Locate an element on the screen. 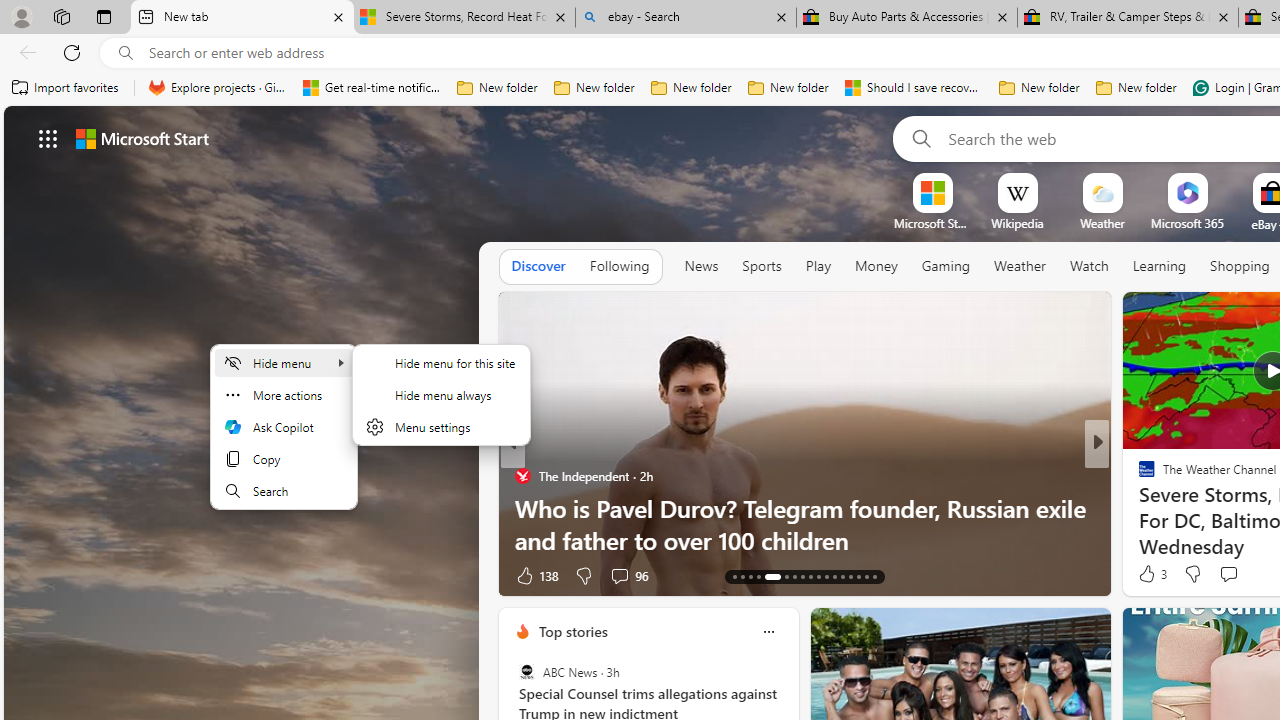  'AutomationID: tab-24' is located at coordinates (833, 577).